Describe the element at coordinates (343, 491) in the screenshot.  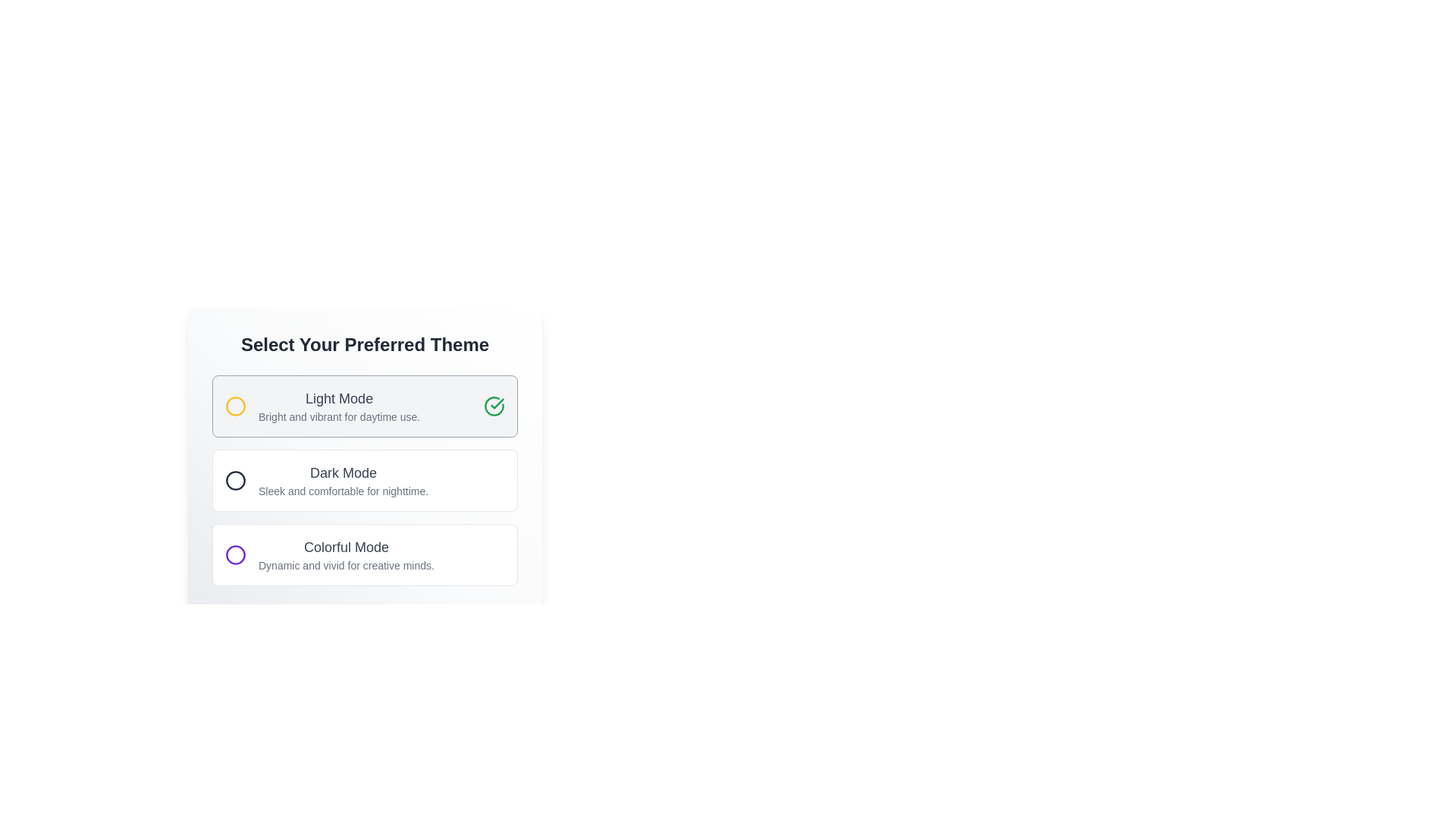
I see `the explanatory text label located directly below the 'Dark Mode' title in the theme selection interface` at that location.